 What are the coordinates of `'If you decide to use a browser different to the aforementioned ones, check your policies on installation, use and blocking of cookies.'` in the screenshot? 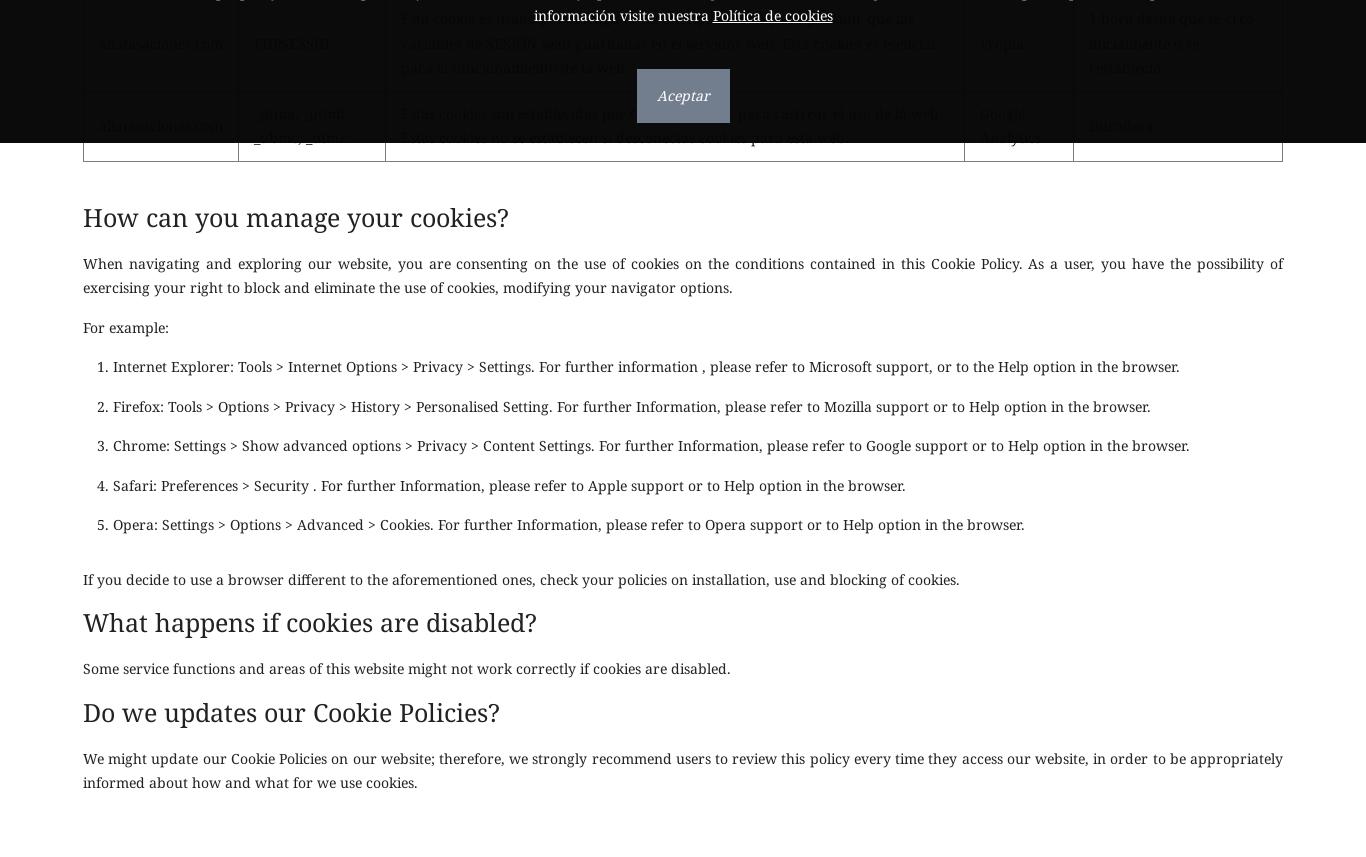 It's located at (521, 578).